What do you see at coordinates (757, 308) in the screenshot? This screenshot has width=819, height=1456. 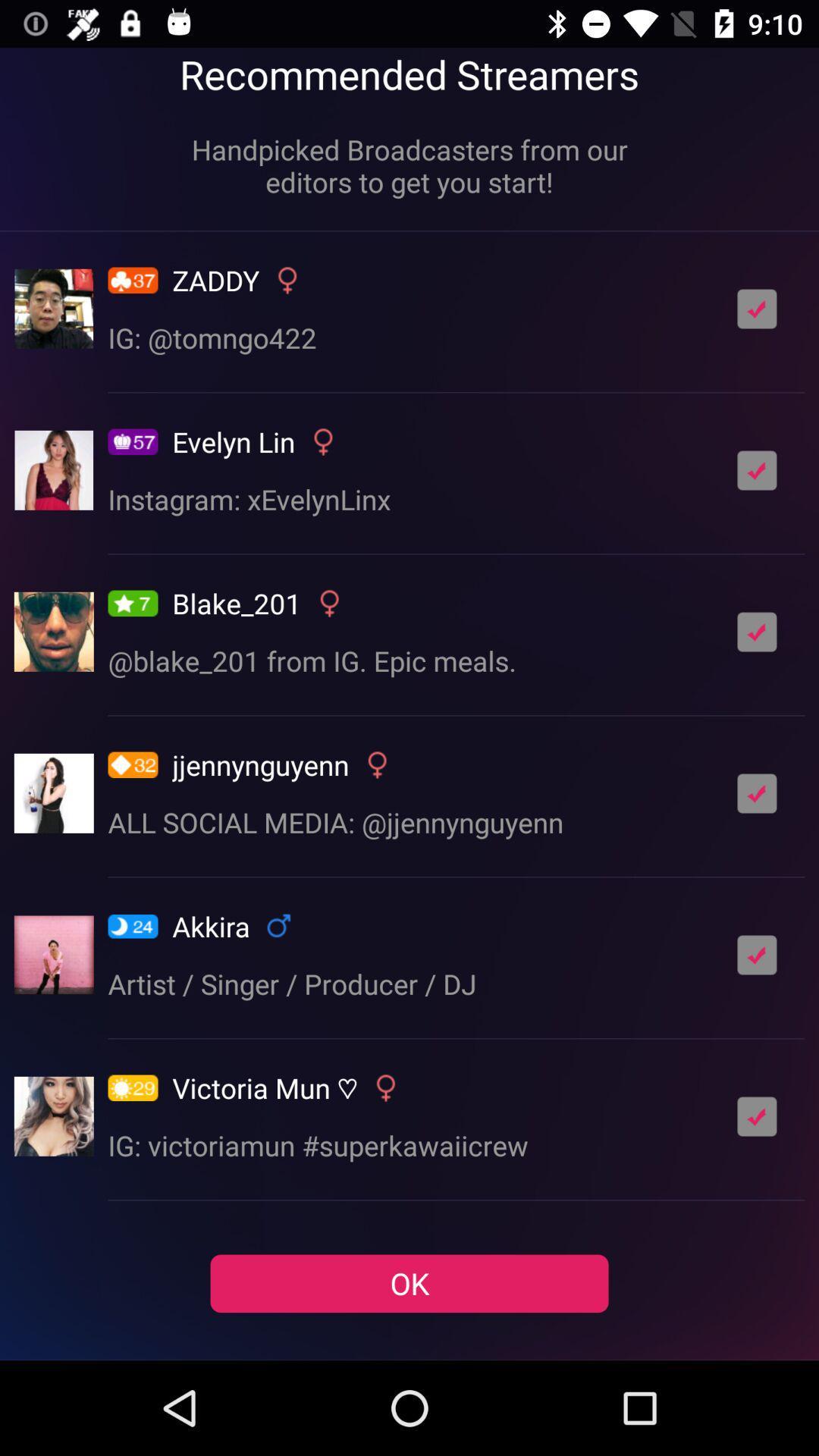 I see `streamer` at bounding box center [757, 308].